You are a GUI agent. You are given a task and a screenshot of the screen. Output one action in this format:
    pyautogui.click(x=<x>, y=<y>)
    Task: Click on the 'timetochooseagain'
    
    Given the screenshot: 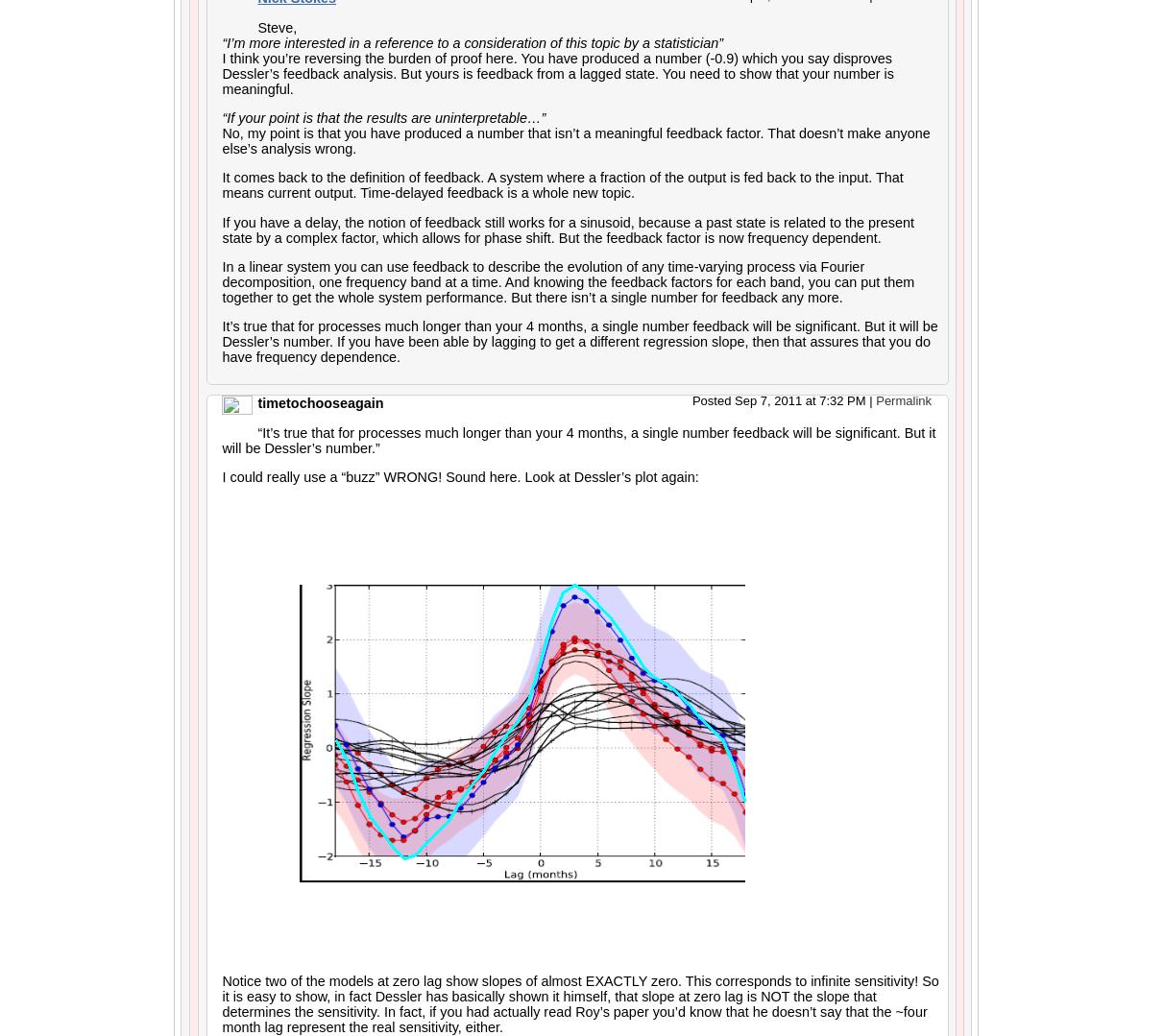 What is the action you would take?
    pyautogui.click(x=319, y=401)
    